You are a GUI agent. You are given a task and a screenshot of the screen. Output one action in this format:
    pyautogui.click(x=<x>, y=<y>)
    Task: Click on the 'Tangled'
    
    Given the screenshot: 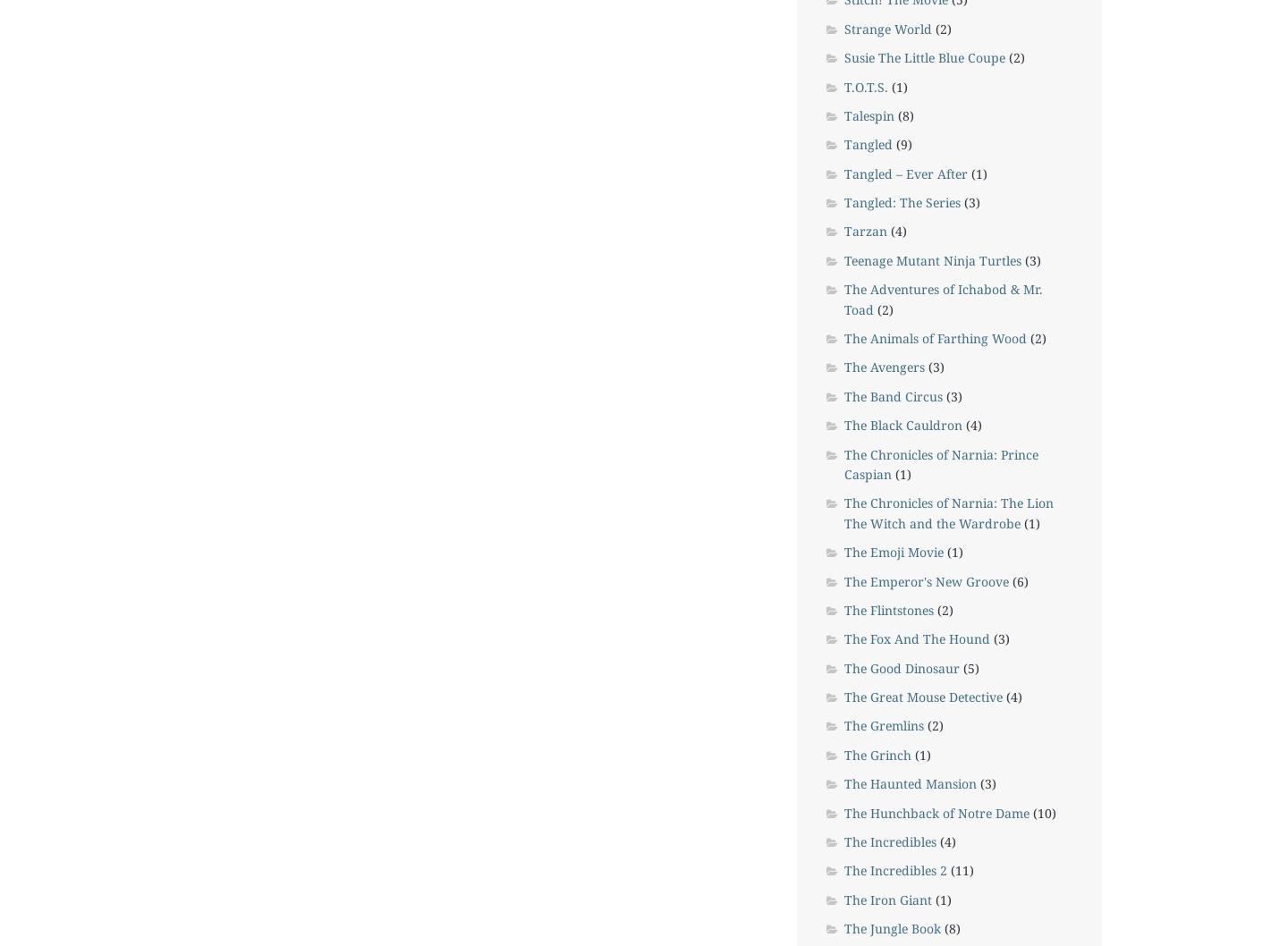 What is the action you would take?
    pyautogui.click(x=866, y=143)
    